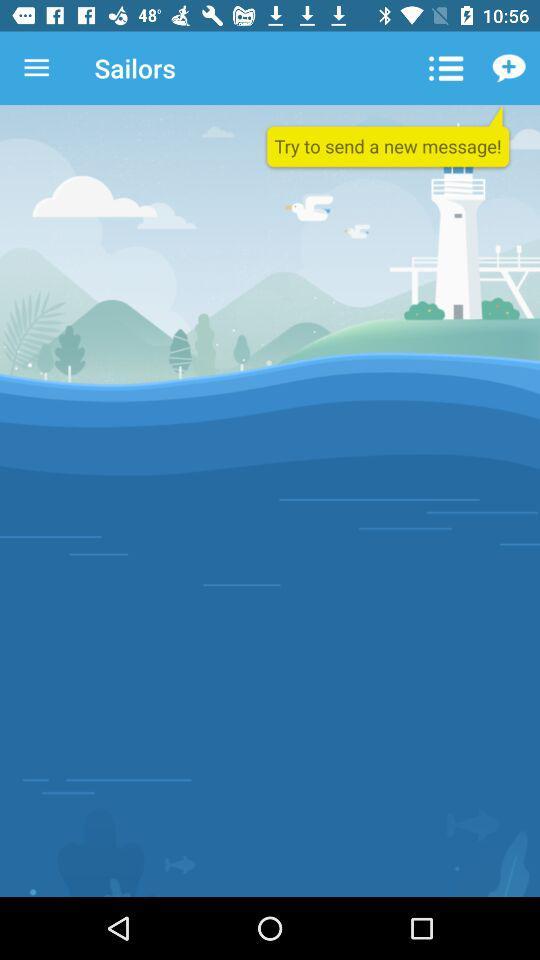  Describe the element at coordinates (36, 68) in the screenshot. I see `item next to the sailors` at that location.